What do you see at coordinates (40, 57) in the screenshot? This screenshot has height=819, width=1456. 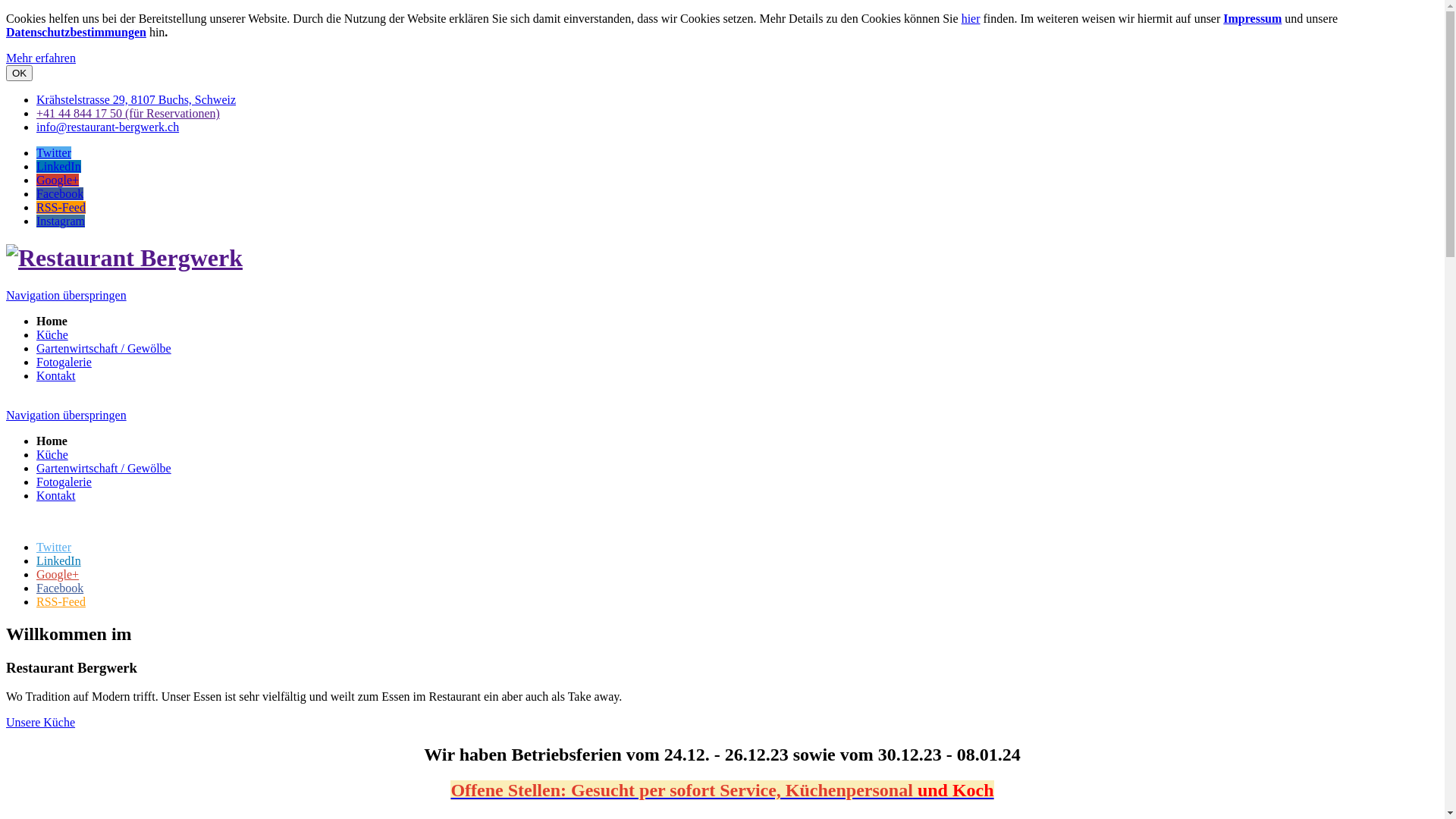 I see `'Mehr erfahren'` at bounding box center [40, 57].